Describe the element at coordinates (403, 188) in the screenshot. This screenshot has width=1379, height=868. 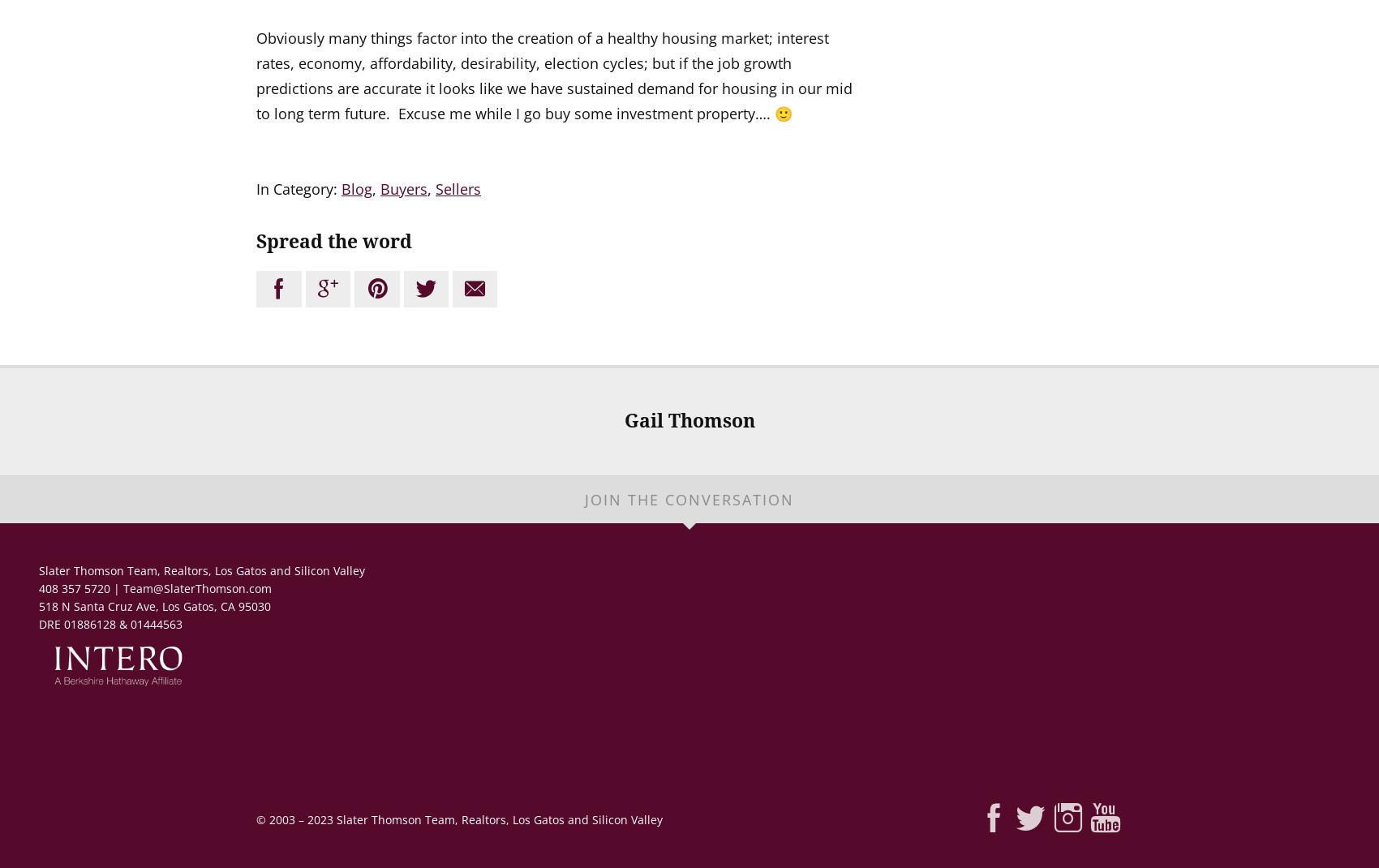
I see `'Buyers'` at that location.